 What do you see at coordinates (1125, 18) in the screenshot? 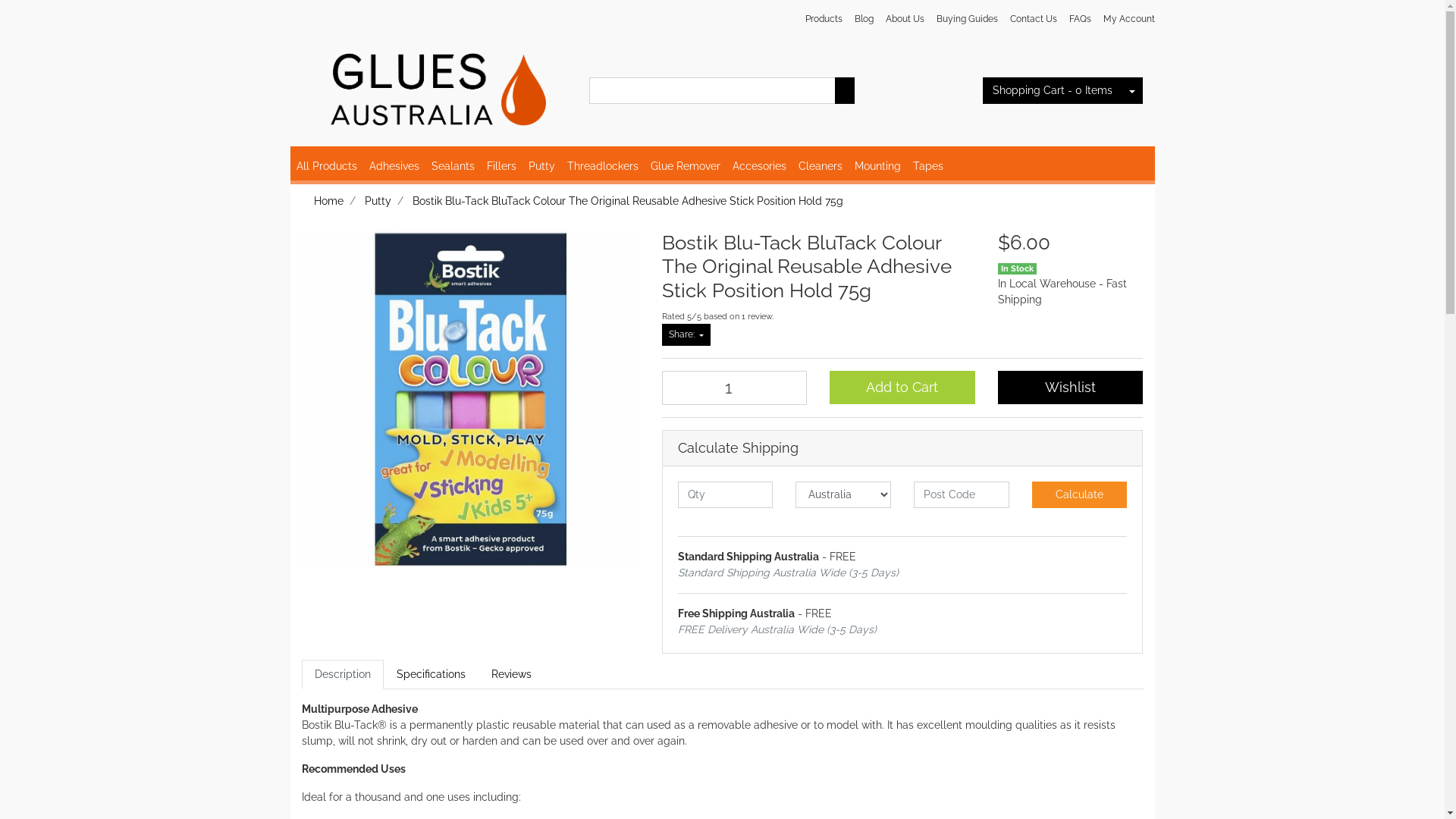
I see `'My Account'` at bounding box center [1125, 18].